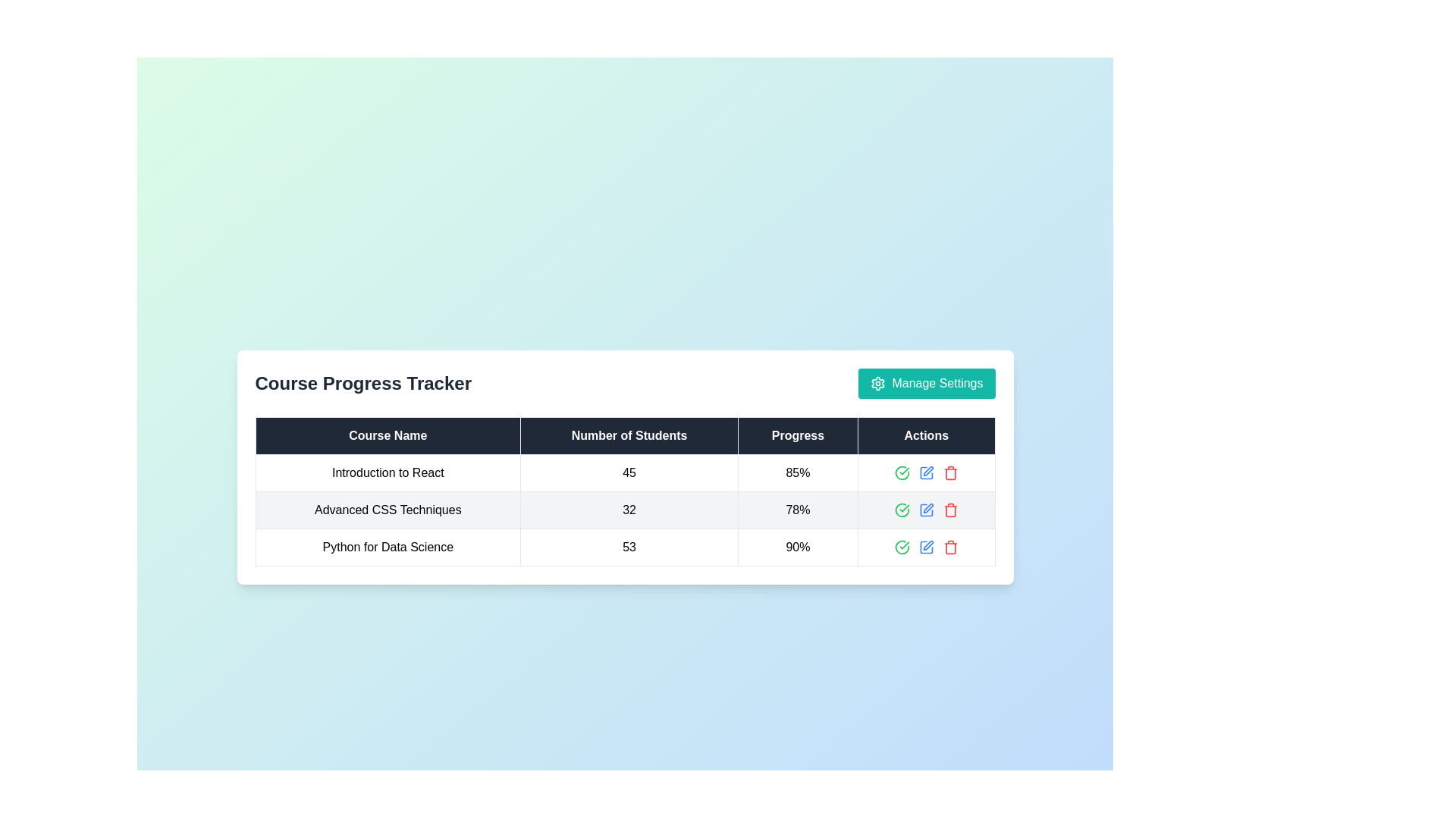  What do you see at coordinates (797, 510) in the screenshot?
I see `the 'Advanced CSS Techniques' progress percentage text element located in the third column of the second row within the 'Course Progress Tracker' table` at bounding box center [797, 510].